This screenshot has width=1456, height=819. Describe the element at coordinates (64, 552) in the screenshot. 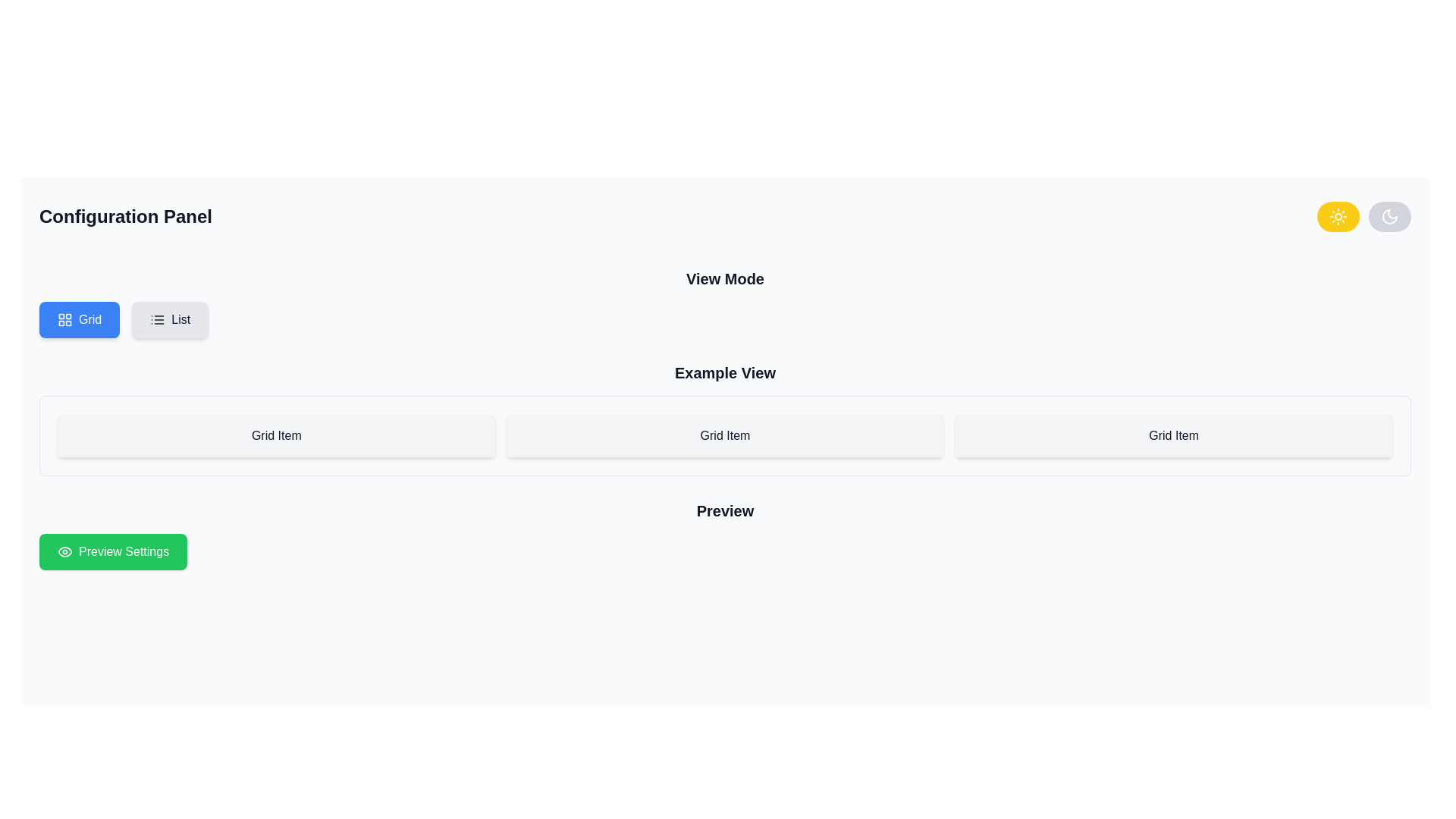

I see `the eye-shaped icon located inside the green button labeled 'Preview Settings' at the bottom-left side of the interface` at that location.